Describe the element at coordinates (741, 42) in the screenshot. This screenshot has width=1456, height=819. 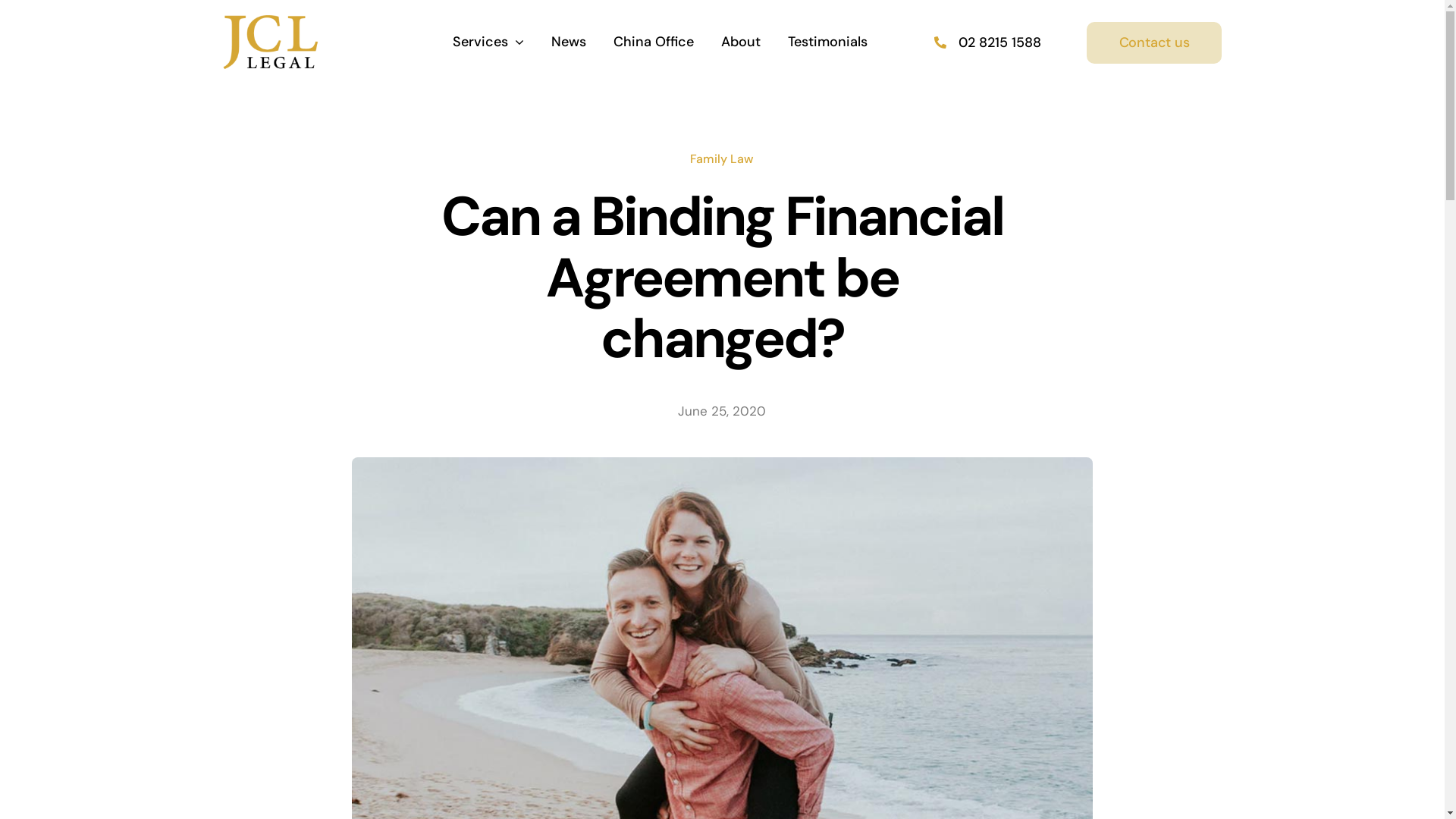
I see `'About'` at that location.